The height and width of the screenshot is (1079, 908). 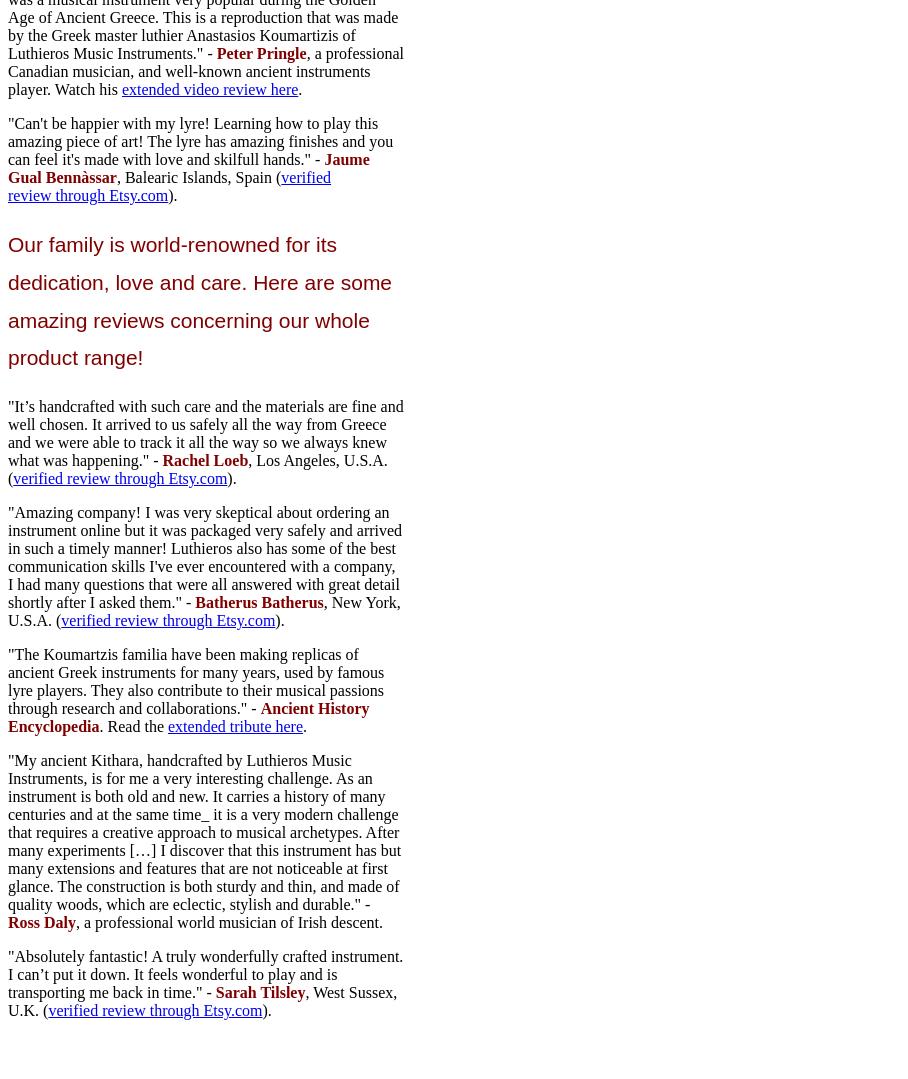 I want to click on '"Absolutely fantastic! A truly wonderfully crafted instrument. I can’t put it down. It feels wonderful to play and is transporting me back in time." -', so click(x=6, y=973).